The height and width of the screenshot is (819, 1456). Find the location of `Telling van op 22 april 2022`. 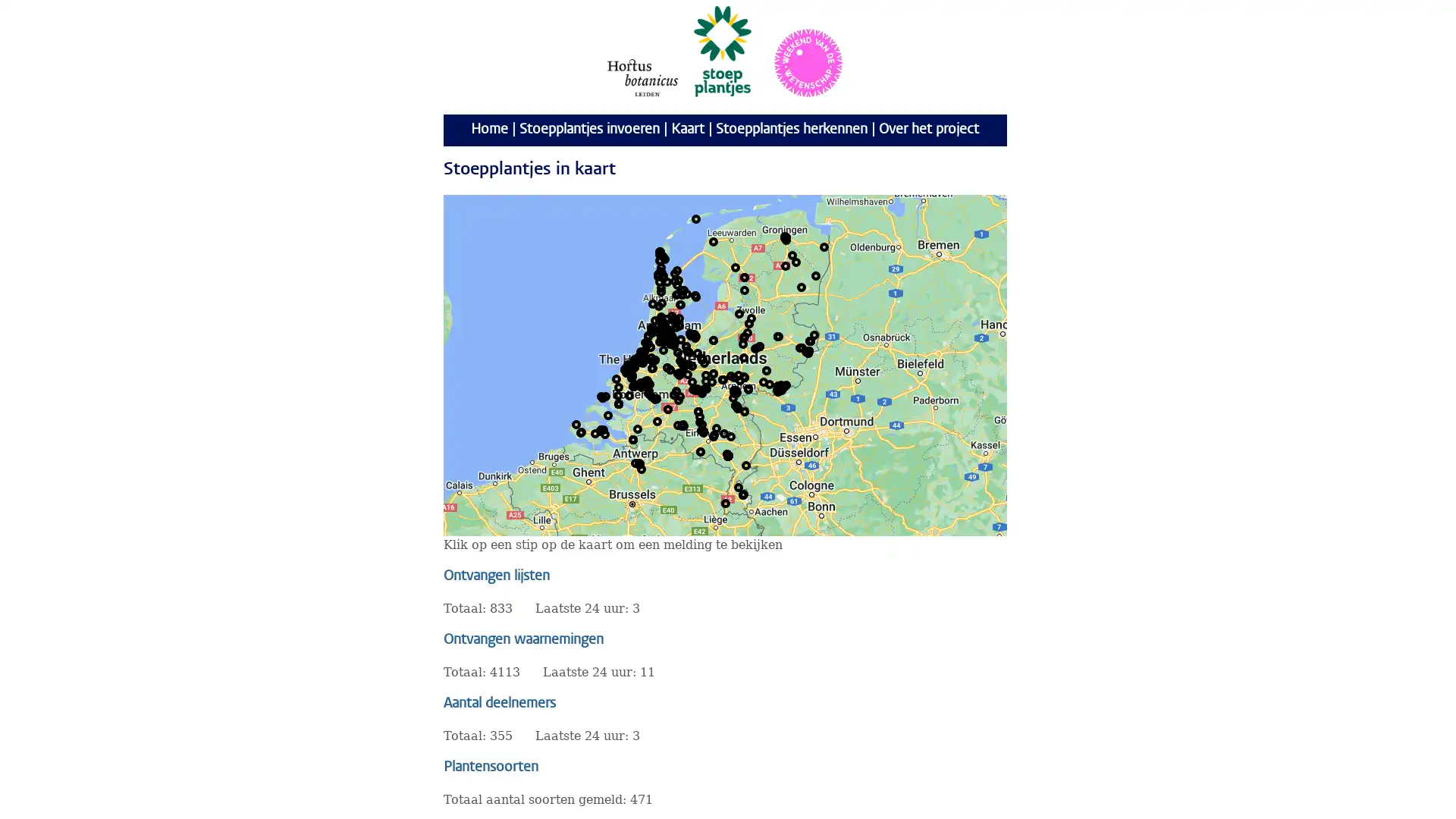

Telling van op 22 april 2022 is located at coordinates (679, 372).